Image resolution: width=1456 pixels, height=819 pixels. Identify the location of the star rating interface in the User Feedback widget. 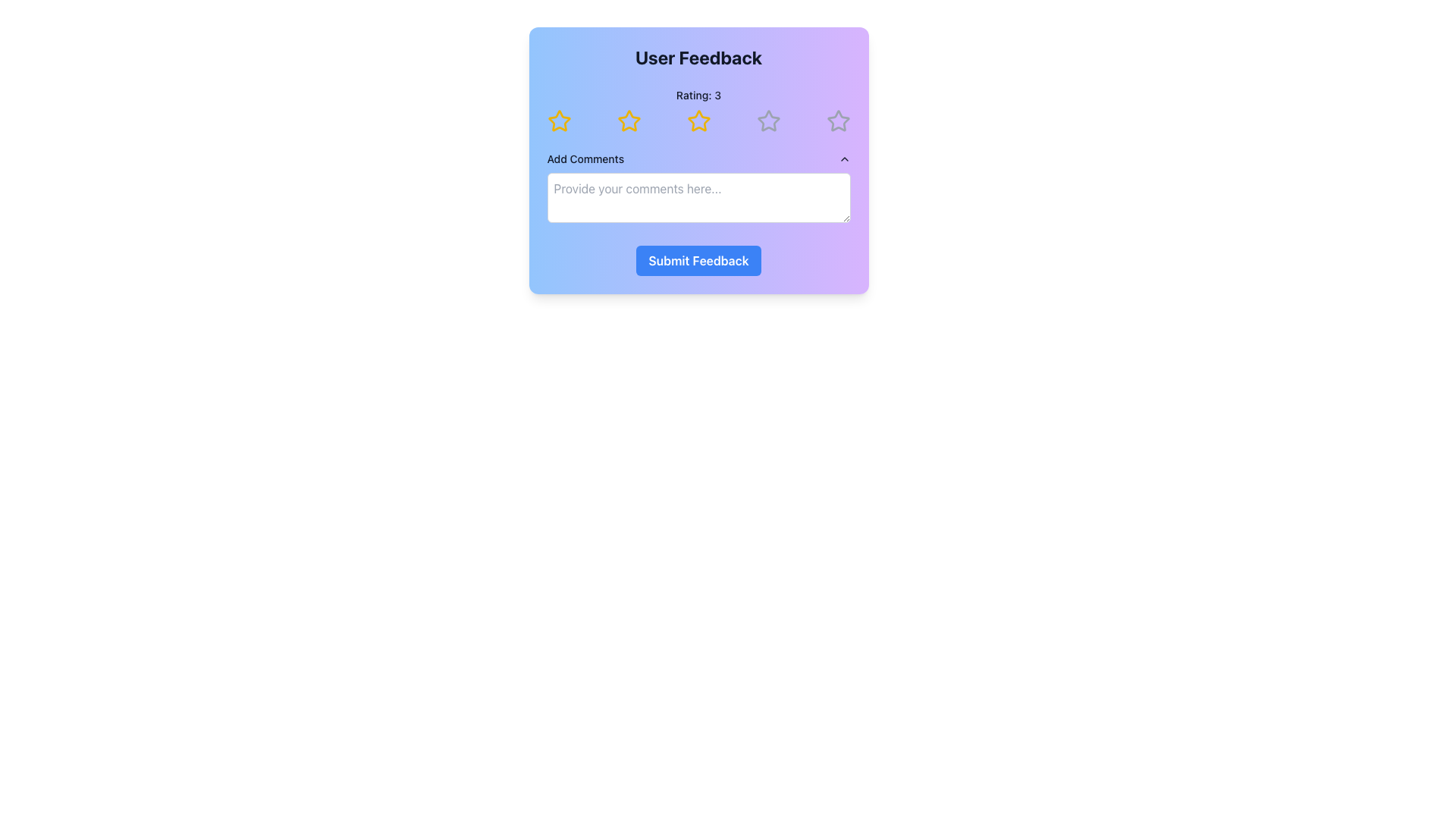
(698, 161).